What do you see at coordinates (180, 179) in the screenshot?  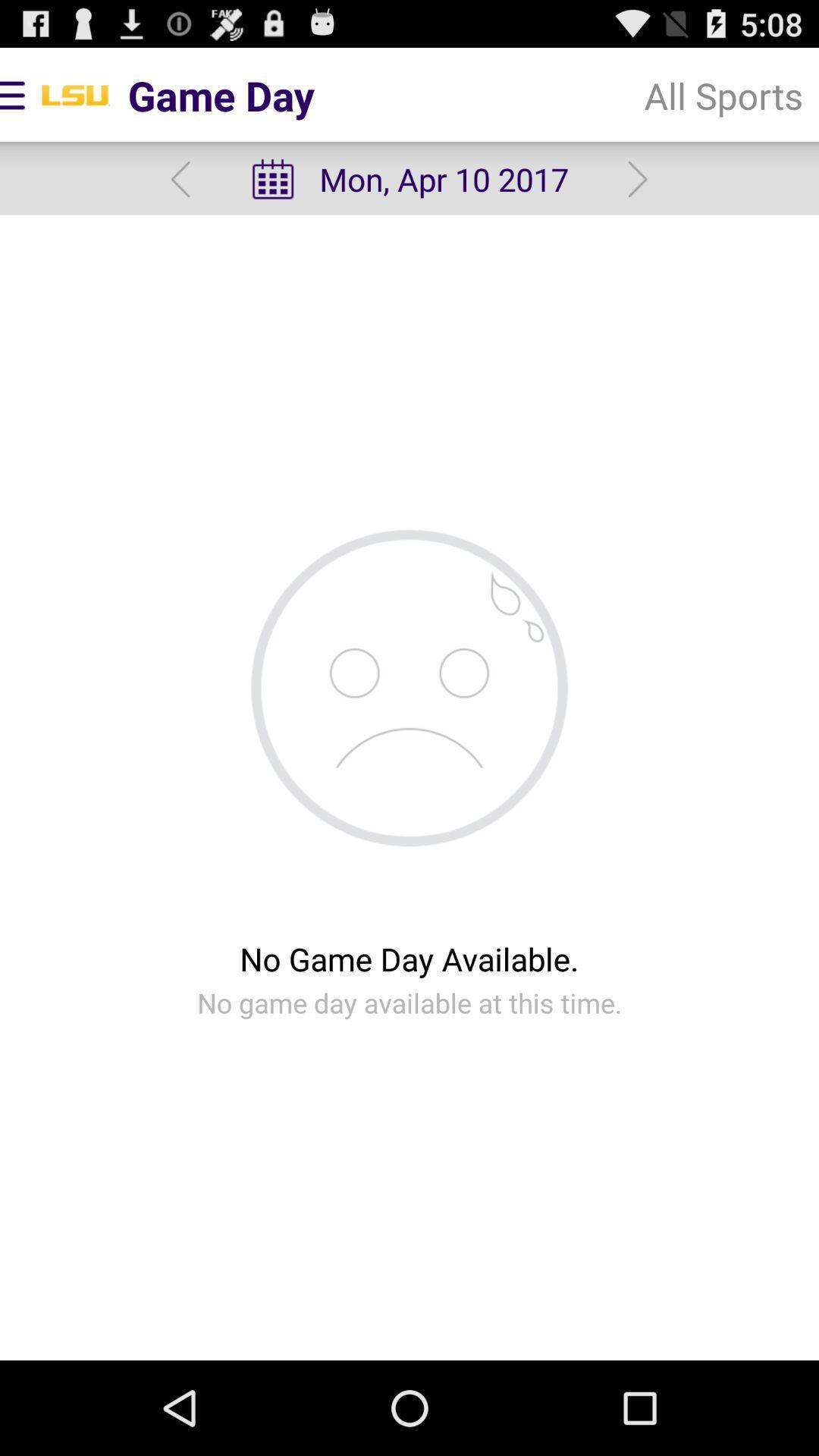 I see `app next to mon apr 10` at bounding box center [180, 179].